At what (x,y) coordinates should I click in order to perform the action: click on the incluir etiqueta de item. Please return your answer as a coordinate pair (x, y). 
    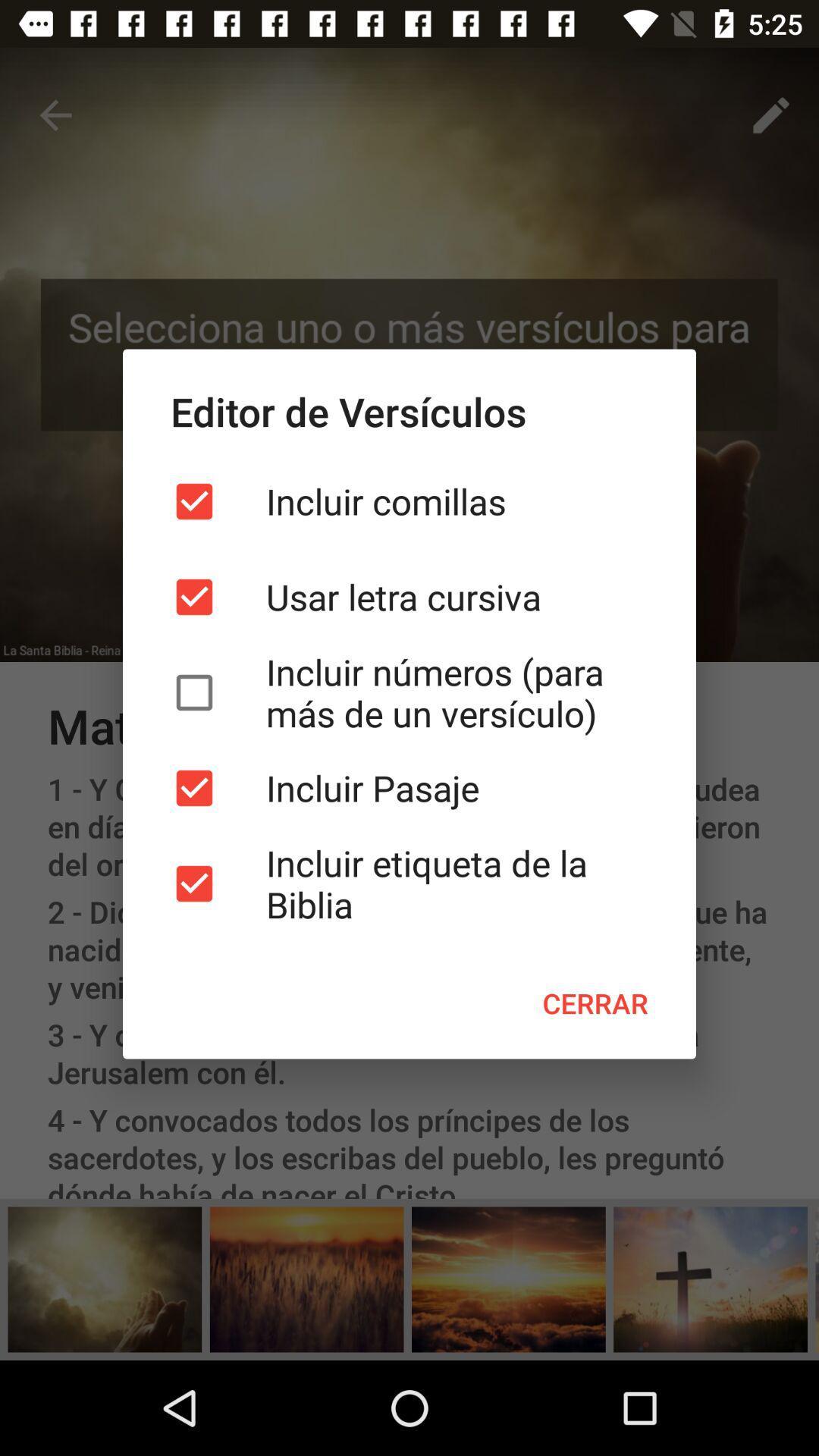
    Looking at the image, I should click on (409, 883).